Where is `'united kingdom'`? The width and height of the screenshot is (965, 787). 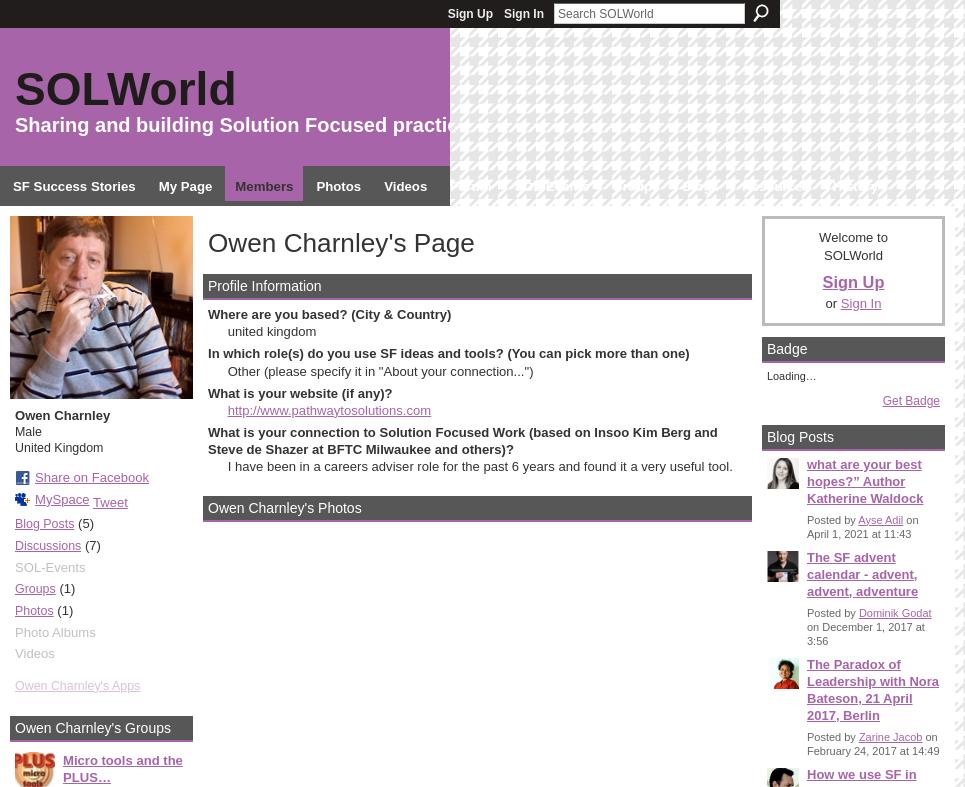 'united kingdom' is located at coordinates (225, 330).